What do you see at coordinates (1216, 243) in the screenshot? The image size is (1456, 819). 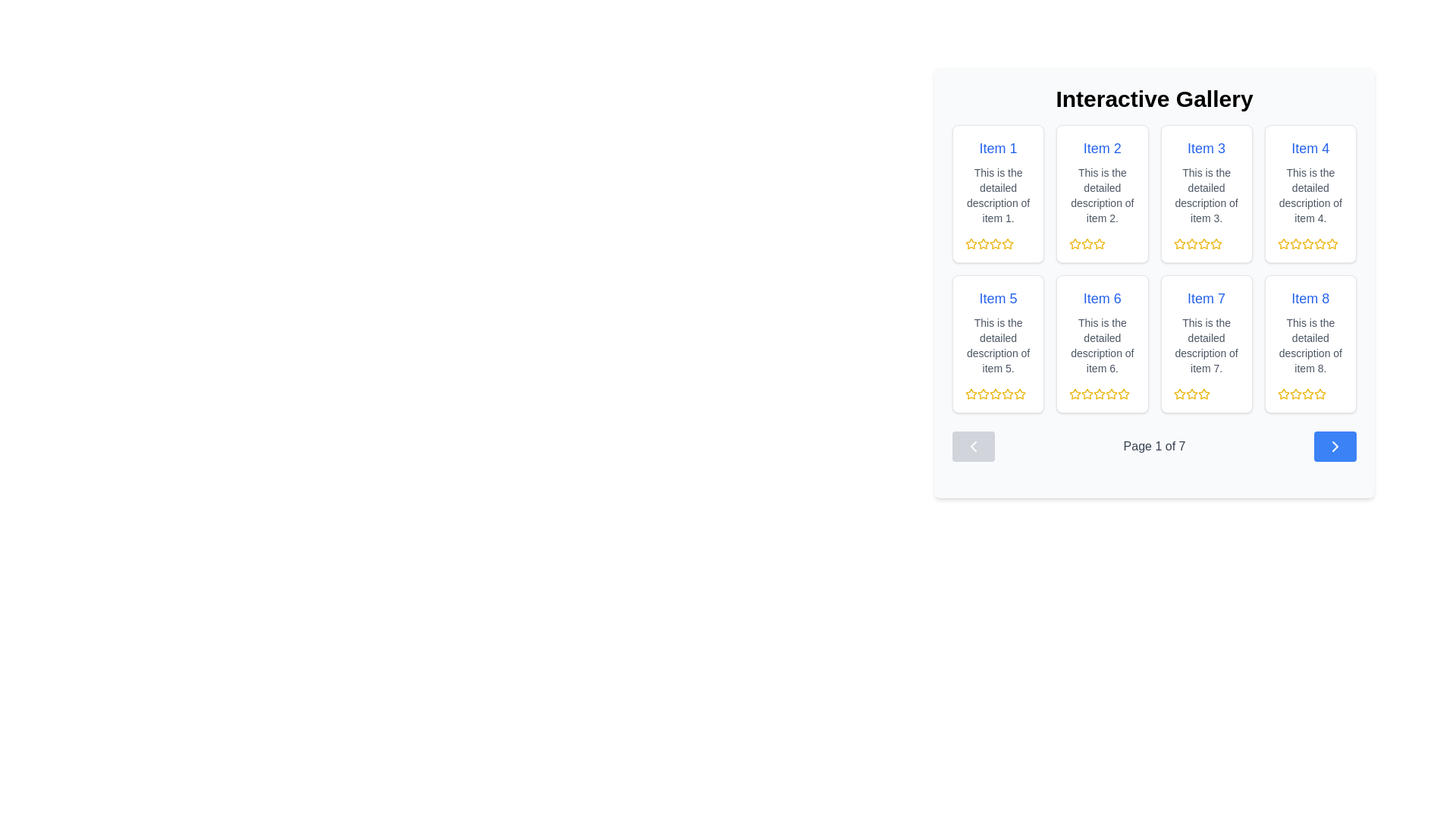 I see `the sixth yellow hollow star in the rating section of the third item under the 'Interactive Gallery' header` at bounding box center [1216, 243].